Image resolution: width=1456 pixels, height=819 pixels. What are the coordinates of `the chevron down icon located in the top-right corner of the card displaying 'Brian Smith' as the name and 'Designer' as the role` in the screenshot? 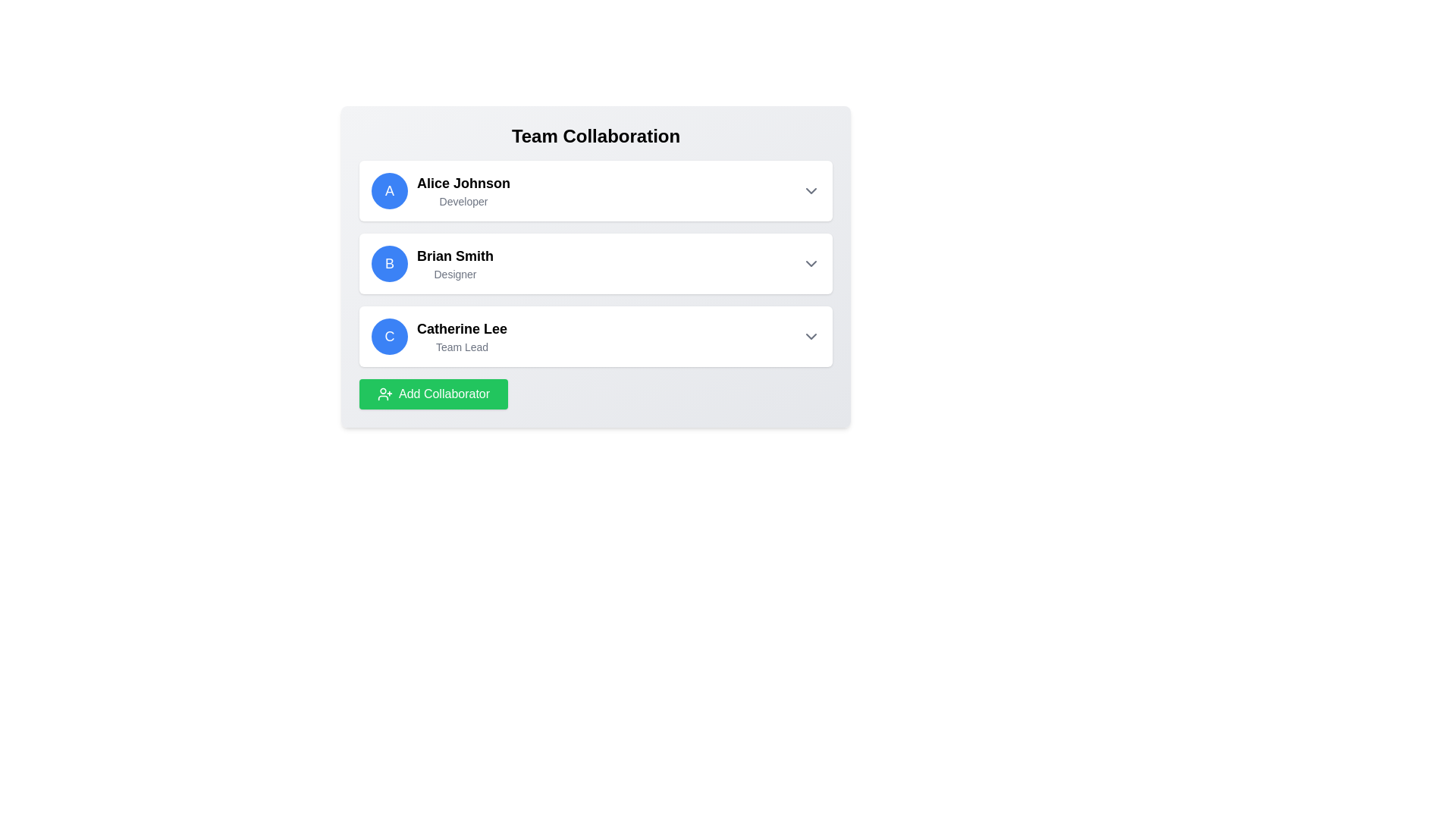 It's located at (811, 262).